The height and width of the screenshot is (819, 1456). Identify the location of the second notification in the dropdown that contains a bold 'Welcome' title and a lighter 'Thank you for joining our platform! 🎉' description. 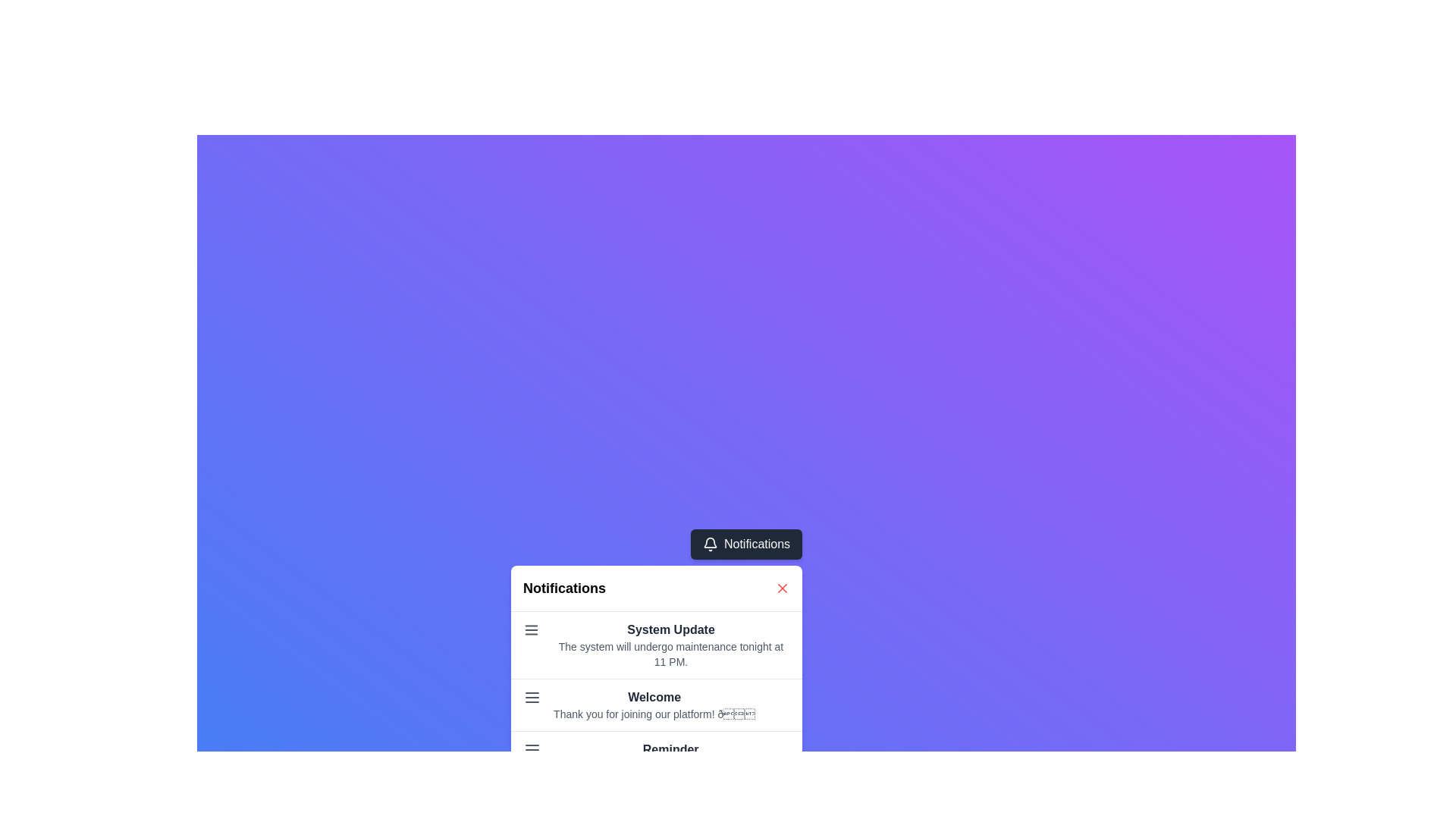
(654, 704).